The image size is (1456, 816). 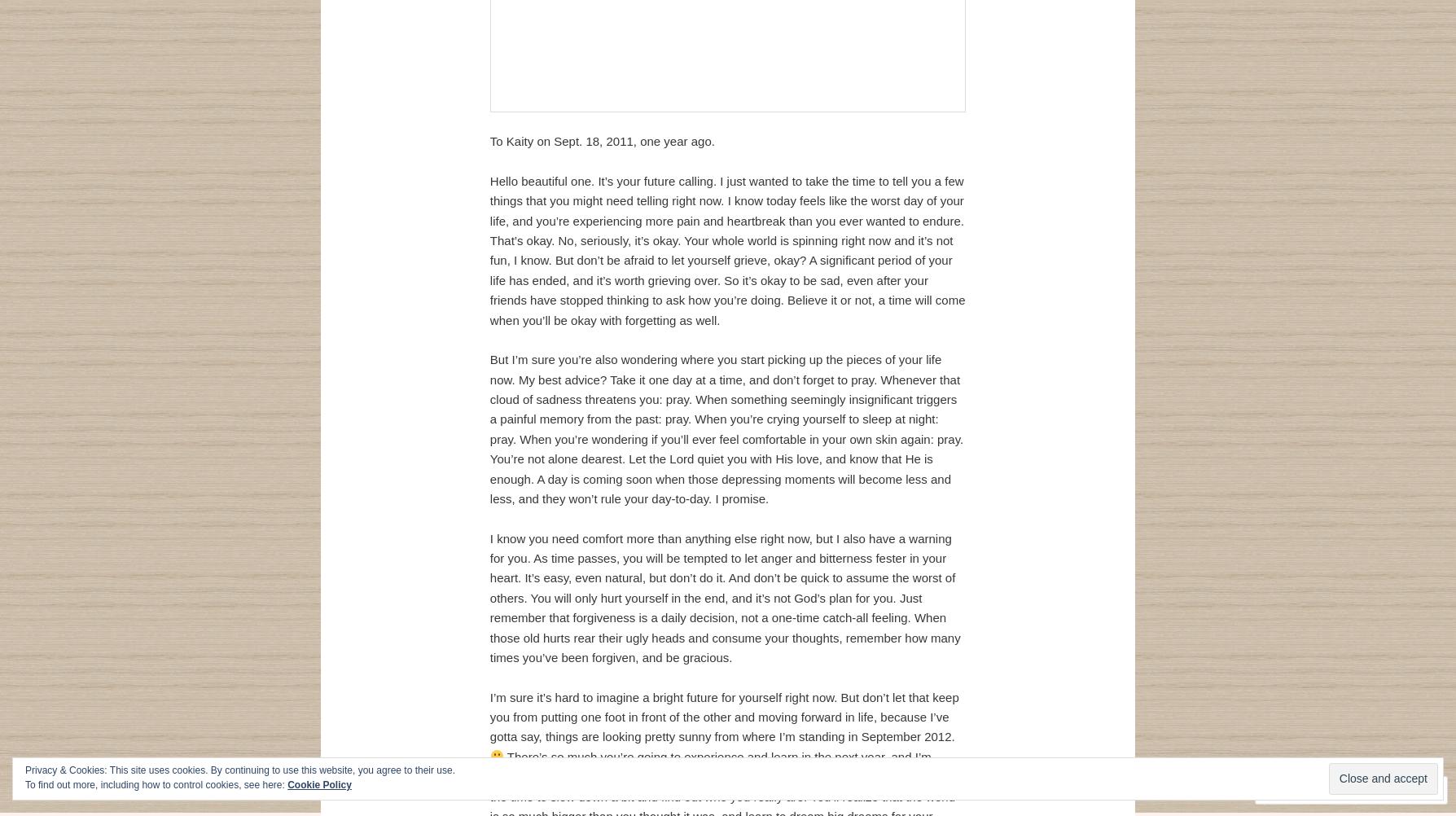 What do you see at coordinates (1284, 789) in the screenshot?
I see `'Comment'` at bounding box center [1284, 789].